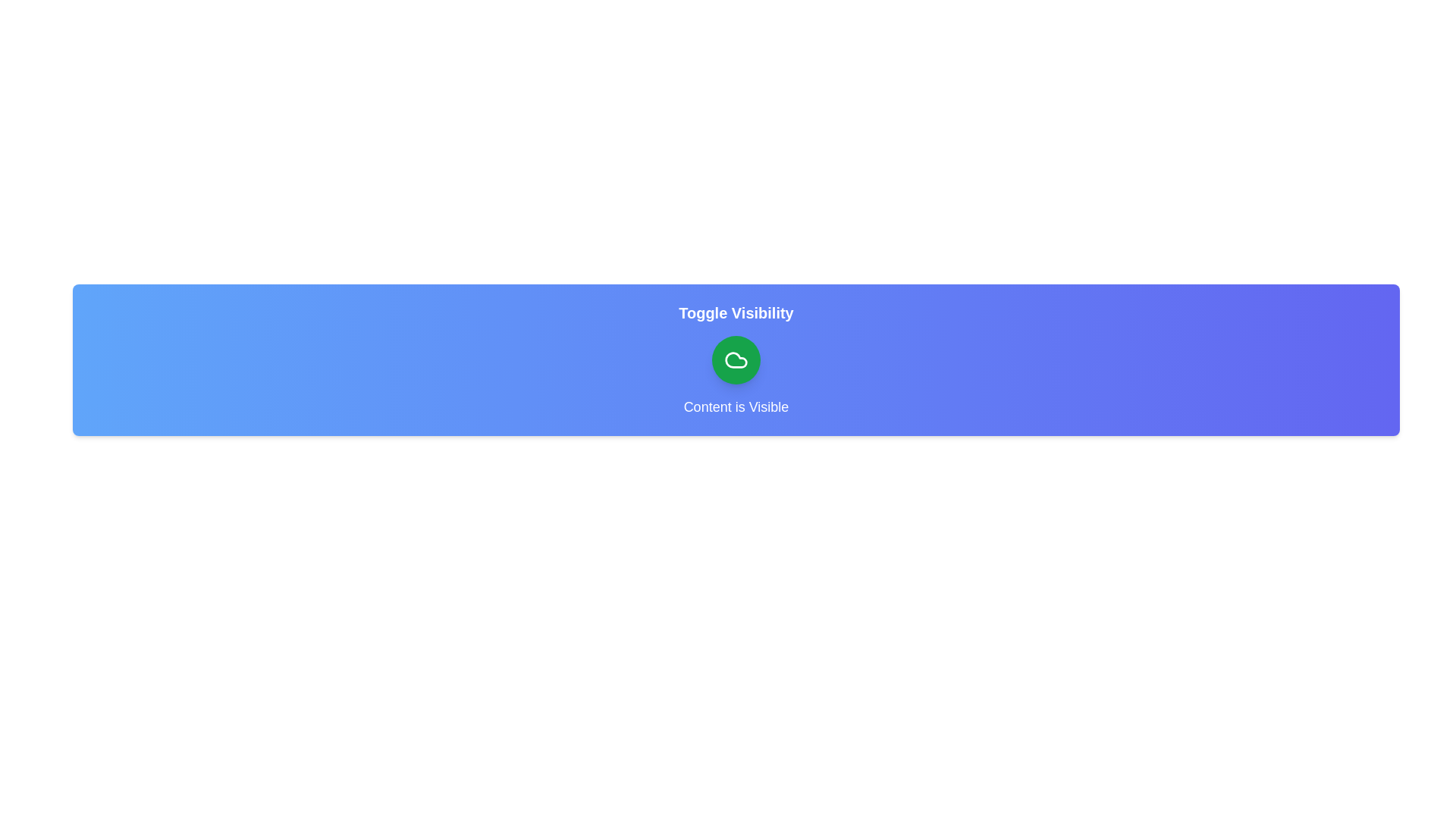 The width and height of the screenshot is (1456, 819). Describe the element at coordinates (736, 359) in the screenshot. I see `visibility toggle button to change the content visibility` at that location.